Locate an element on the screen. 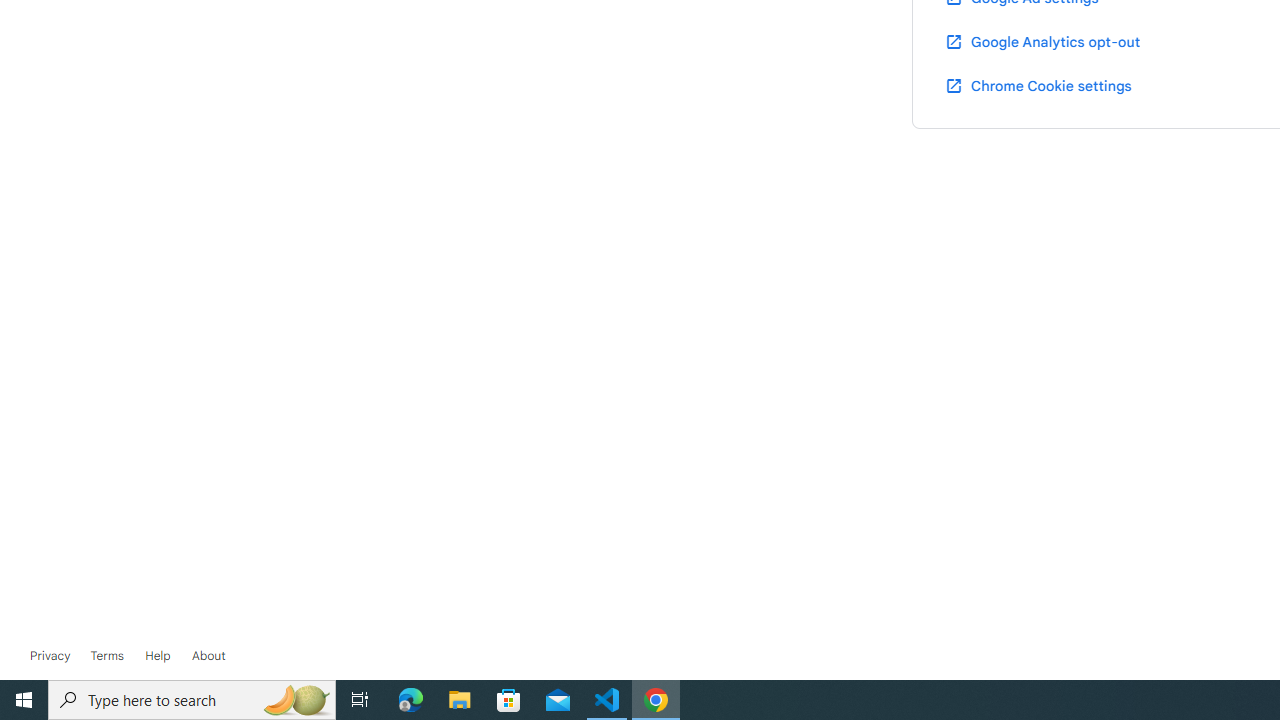  'Type here to search' is located at coordinates (192, 698).